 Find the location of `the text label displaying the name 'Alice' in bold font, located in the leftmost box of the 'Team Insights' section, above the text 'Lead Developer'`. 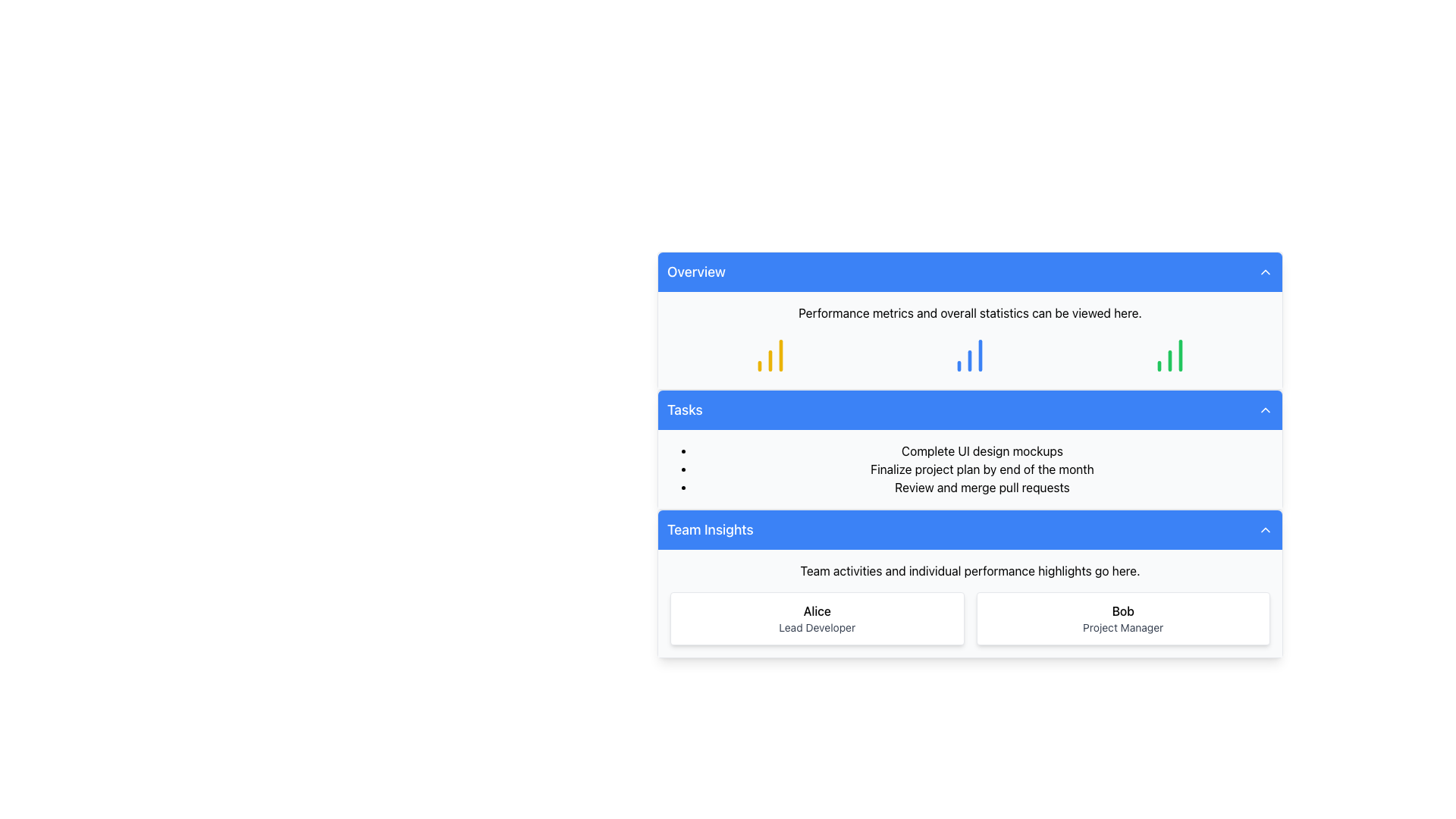

the text label displaying the name 'Alice' in bold font, located in the leftmost box of the 'Team Insights' section, above the text 'Lead Developer' is located at coordinates (816, 610).